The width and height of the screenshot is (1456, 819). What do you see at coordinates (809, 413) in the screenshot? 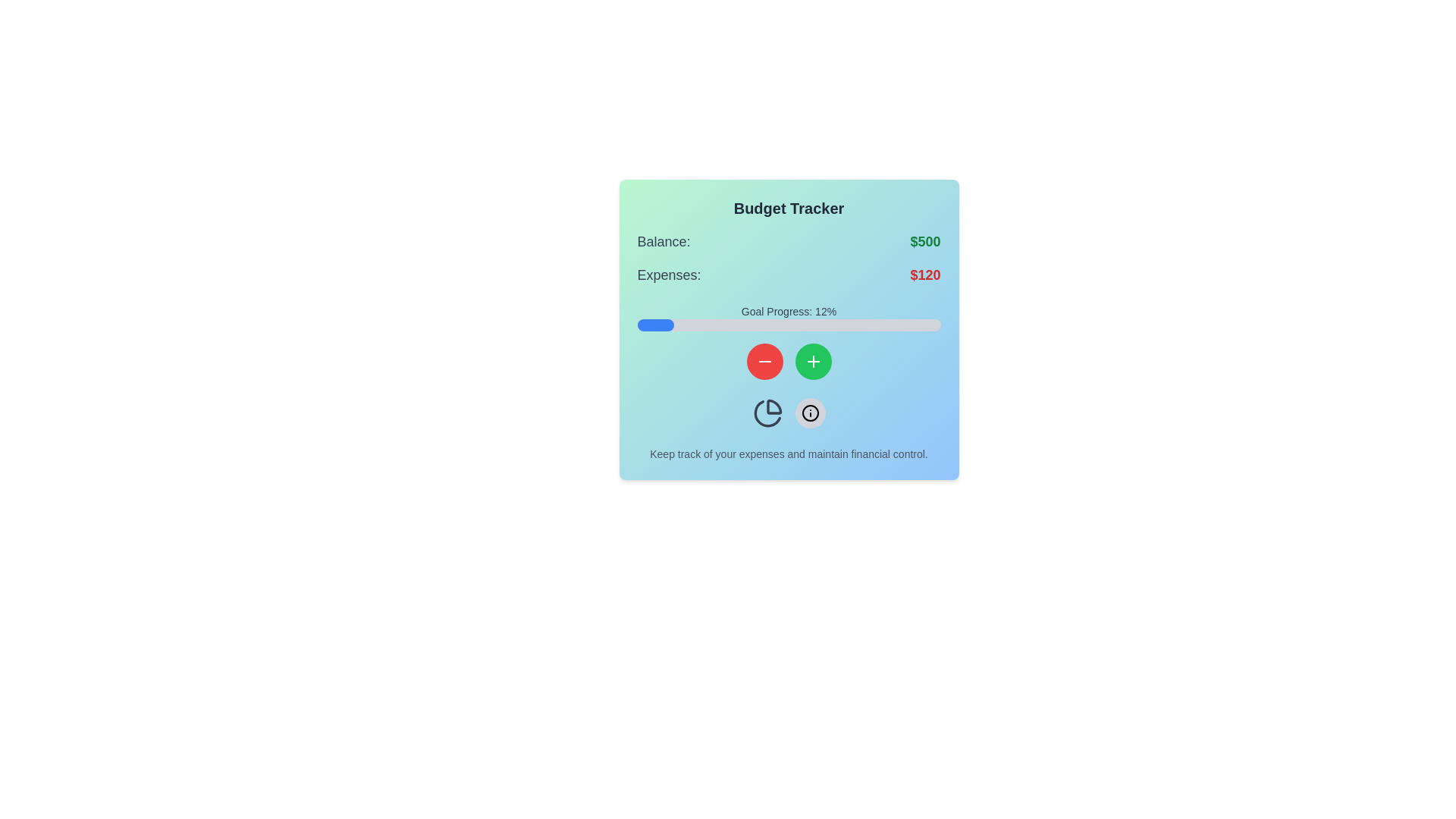
I see `the circular icon button with a gray background and a darker stroke` at bounding box center [809, 413].